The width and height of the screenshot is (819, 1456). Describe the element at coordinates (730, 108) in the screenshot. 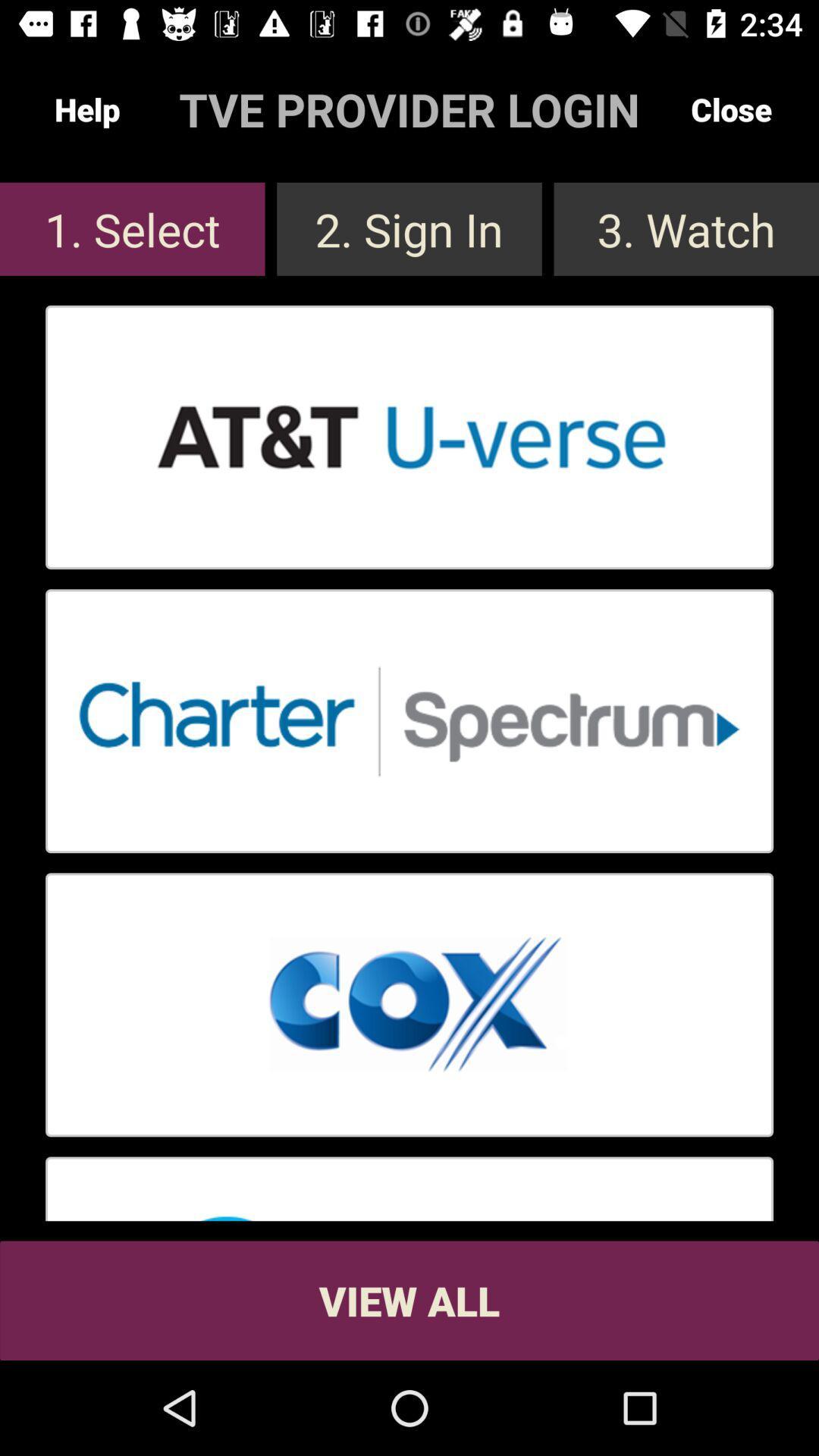

I see `close icon` at that location.